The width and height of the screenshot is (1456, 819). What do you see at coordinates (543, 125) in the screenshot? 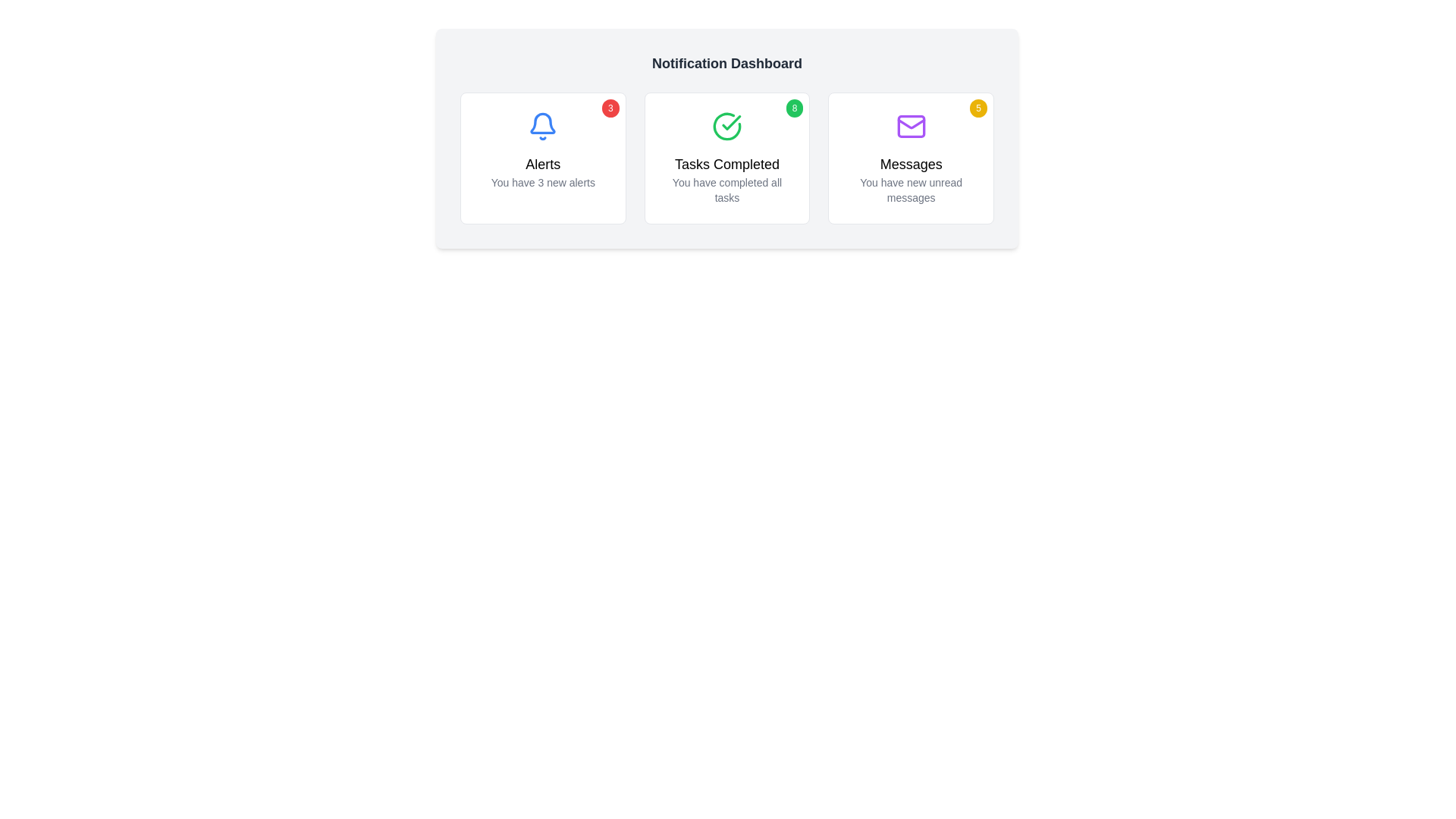
I see `the content of the bell icon located at the top center of the 'Alerts' card, which indicates the number of new notifications` at bounding box center [543, 125].